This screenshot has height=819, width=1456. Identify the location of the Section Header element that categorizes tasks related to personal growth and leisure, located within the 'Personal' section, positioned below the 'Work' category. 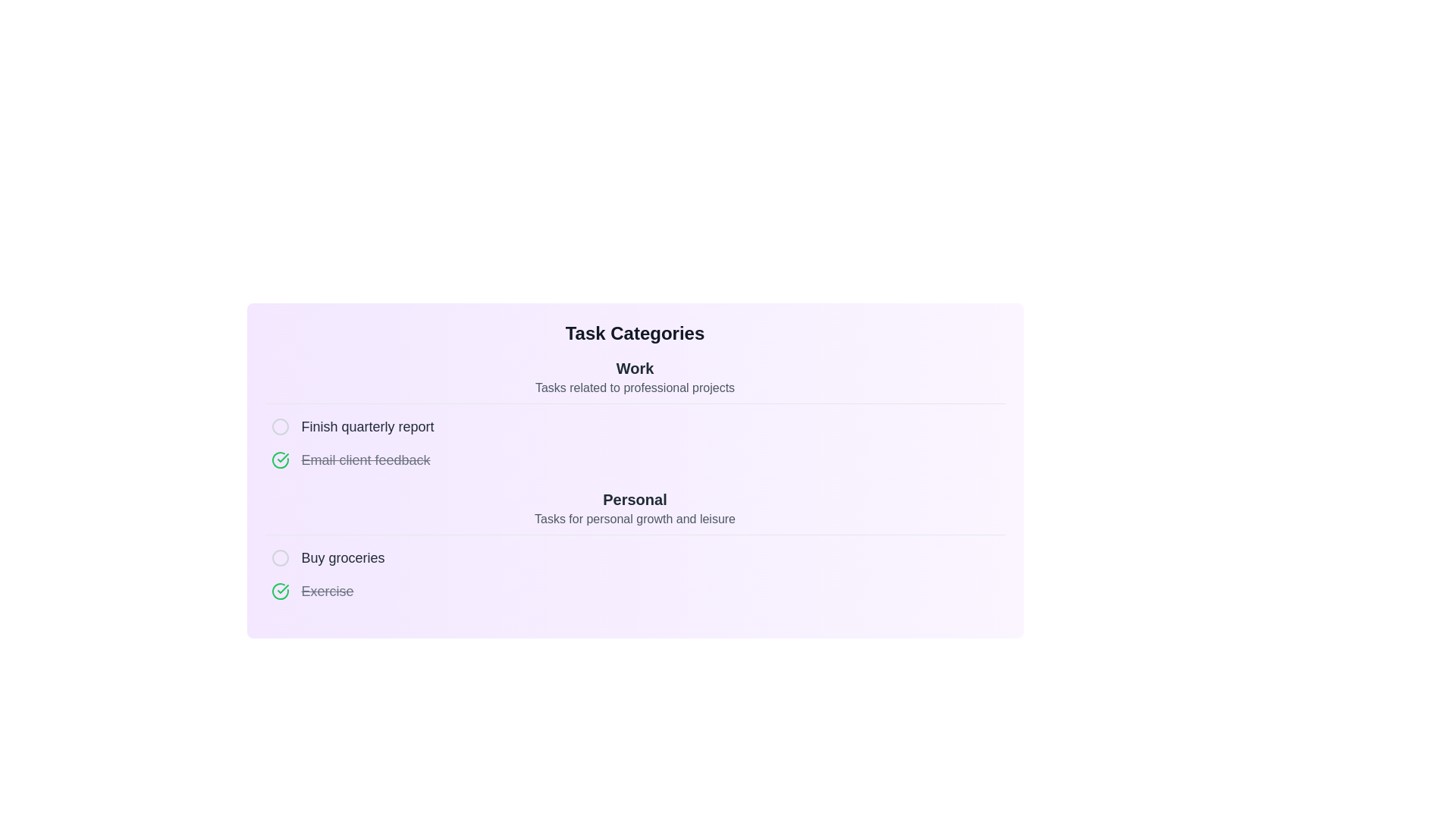
(635, 512).